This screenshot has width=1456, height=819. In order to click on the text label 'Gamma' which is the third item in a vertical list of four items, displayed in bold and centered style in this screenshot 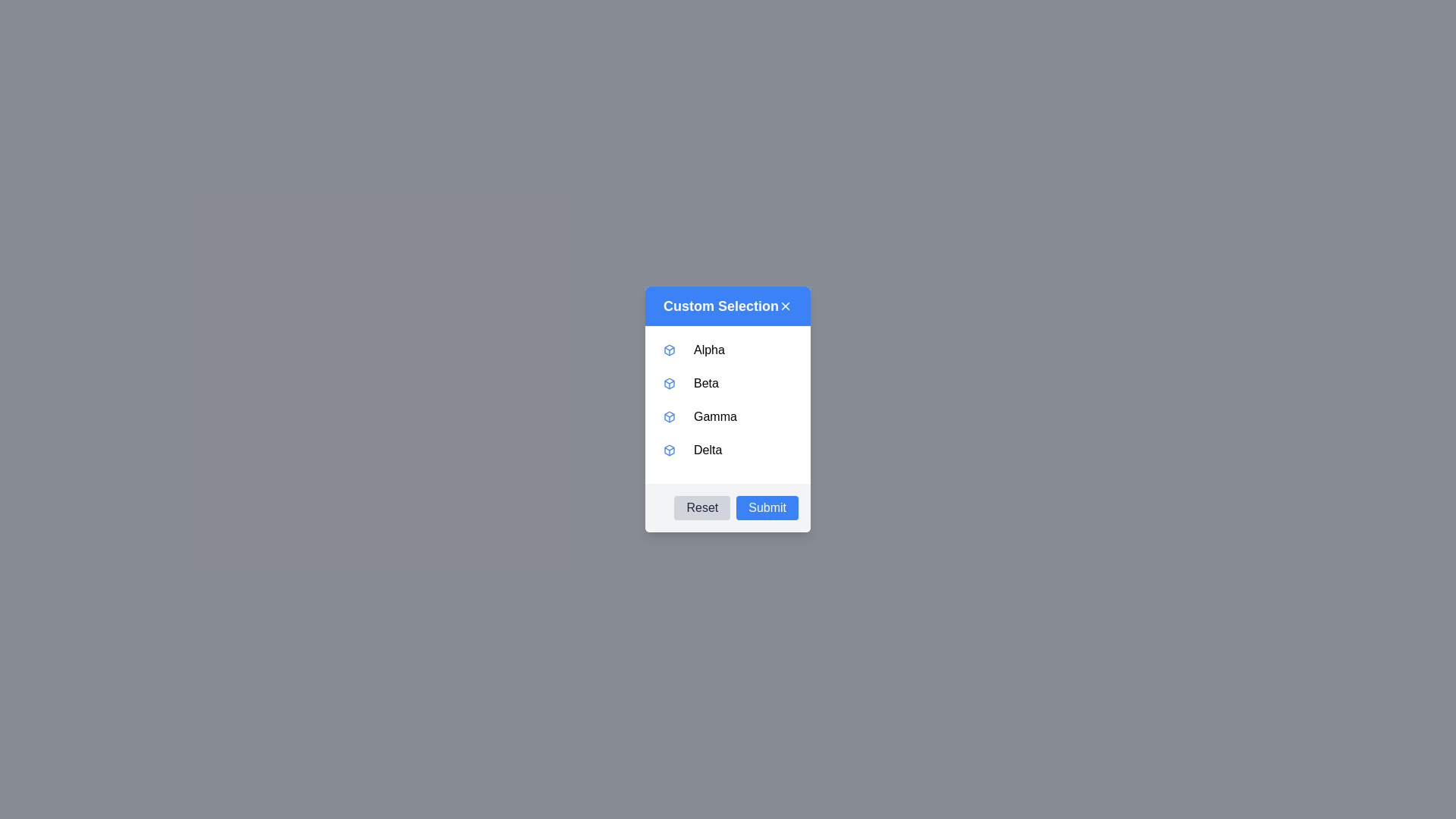, I will do `click(714, 417)`.